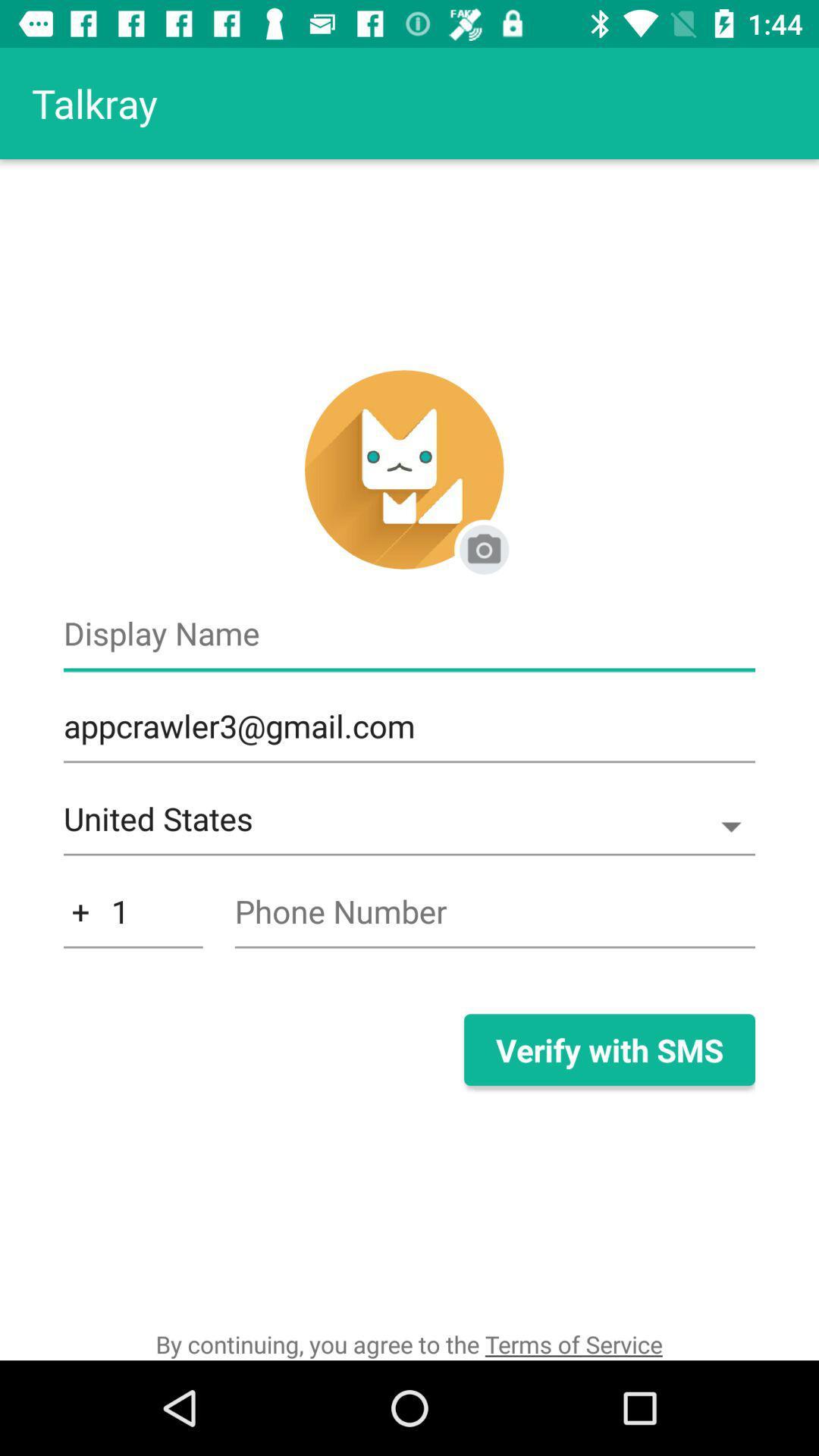 This screenshot has height=1456, width=819. Describe the element at coordinates (409, 826) in the screenshot. I see `icon below appcrawler3@gmail.com icon` at that location.